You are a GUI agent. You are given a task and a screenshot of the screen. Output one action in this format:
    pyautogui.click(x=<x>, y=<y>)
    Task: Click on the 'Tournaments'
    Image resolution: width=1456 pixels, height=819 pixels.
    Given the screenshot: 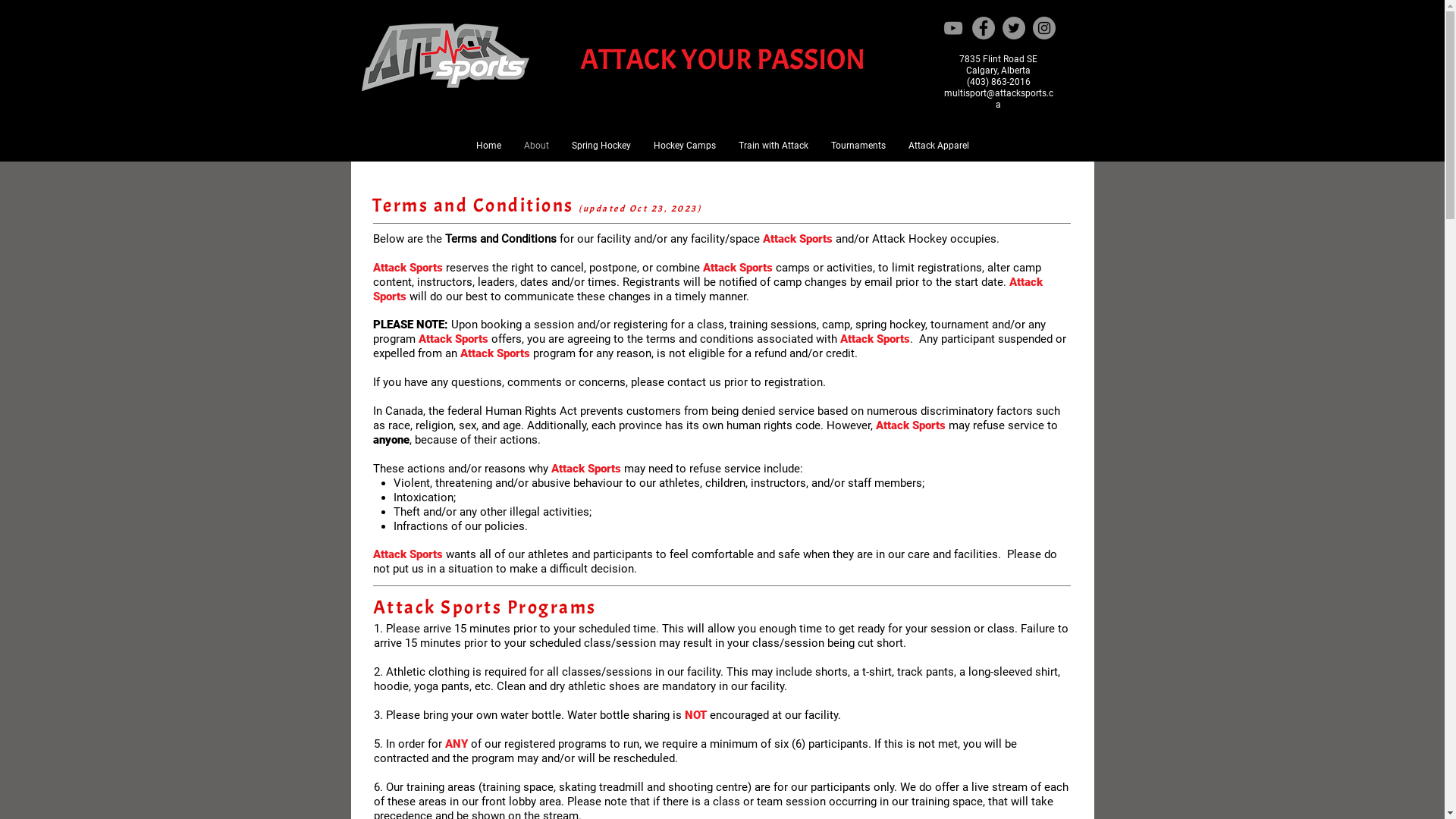 What is the action you would take?
    pyautogui.click(x=858, y=146)
    